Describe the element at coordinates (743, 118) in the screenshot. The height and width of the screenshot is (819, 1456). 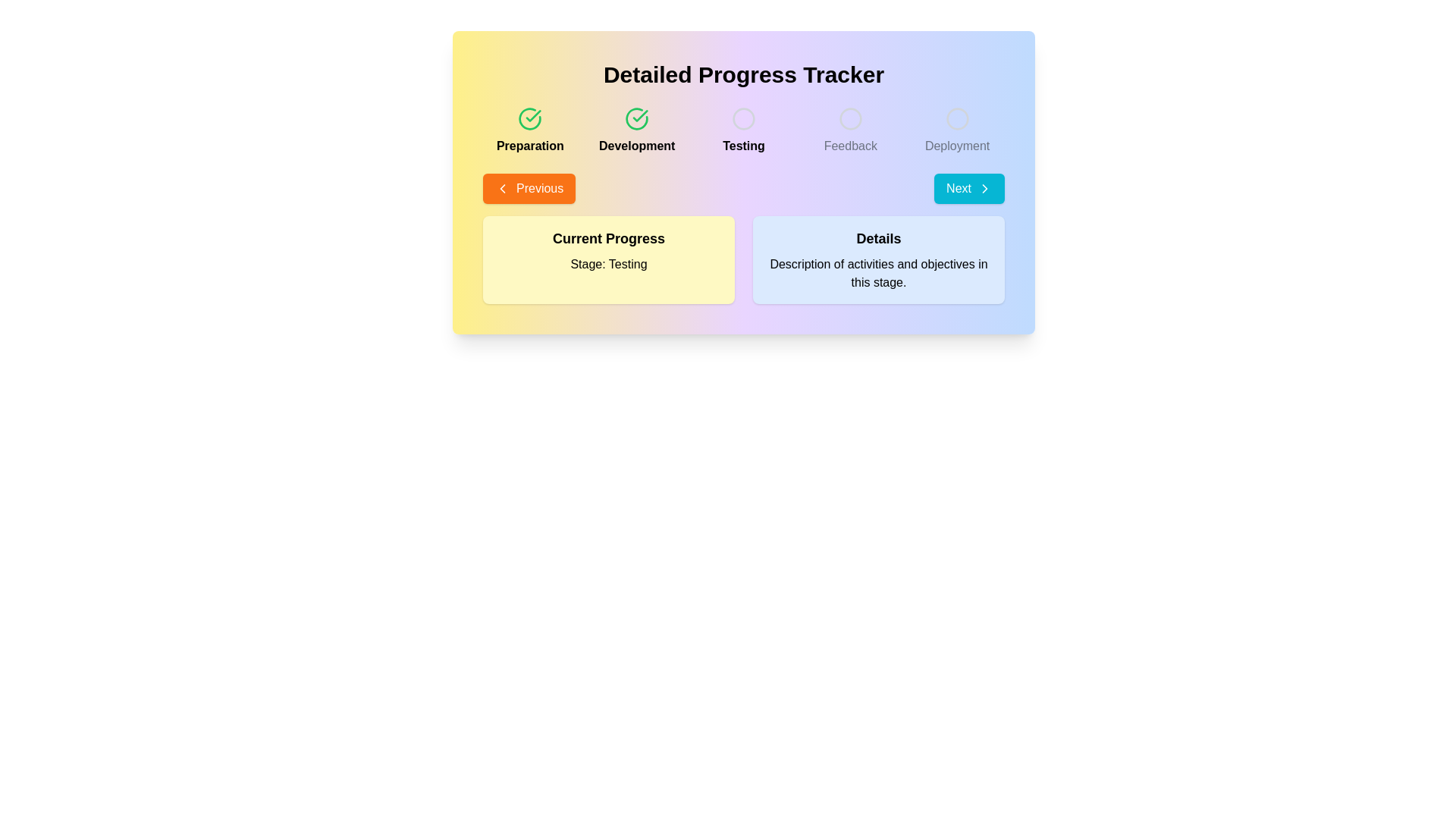
I see `the circular graphic indicator that serves as a progress tracker, positioned centrally under the 'Detailed Progress Tracker' title` at that location.